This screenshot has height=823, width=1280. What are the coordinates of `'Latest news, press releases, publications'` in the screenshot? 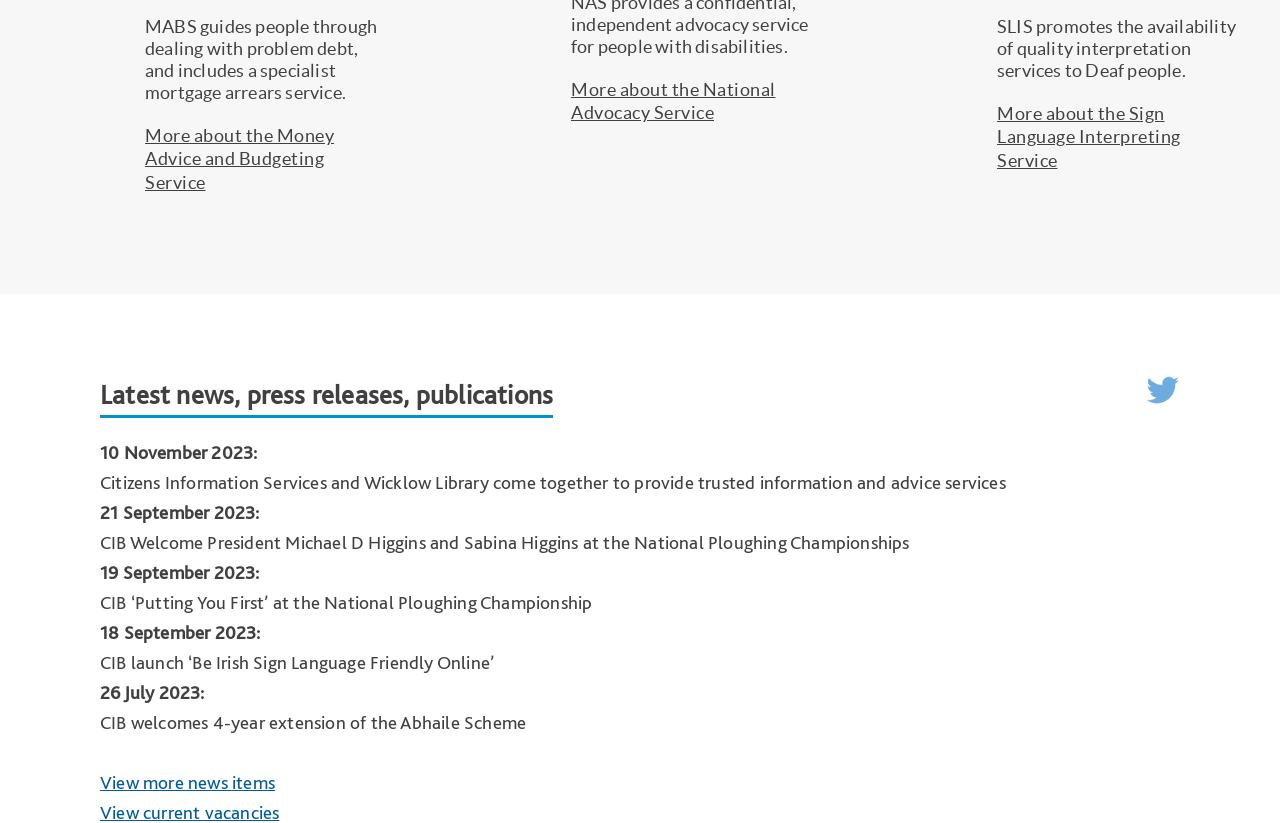 It's located at (326, 391).